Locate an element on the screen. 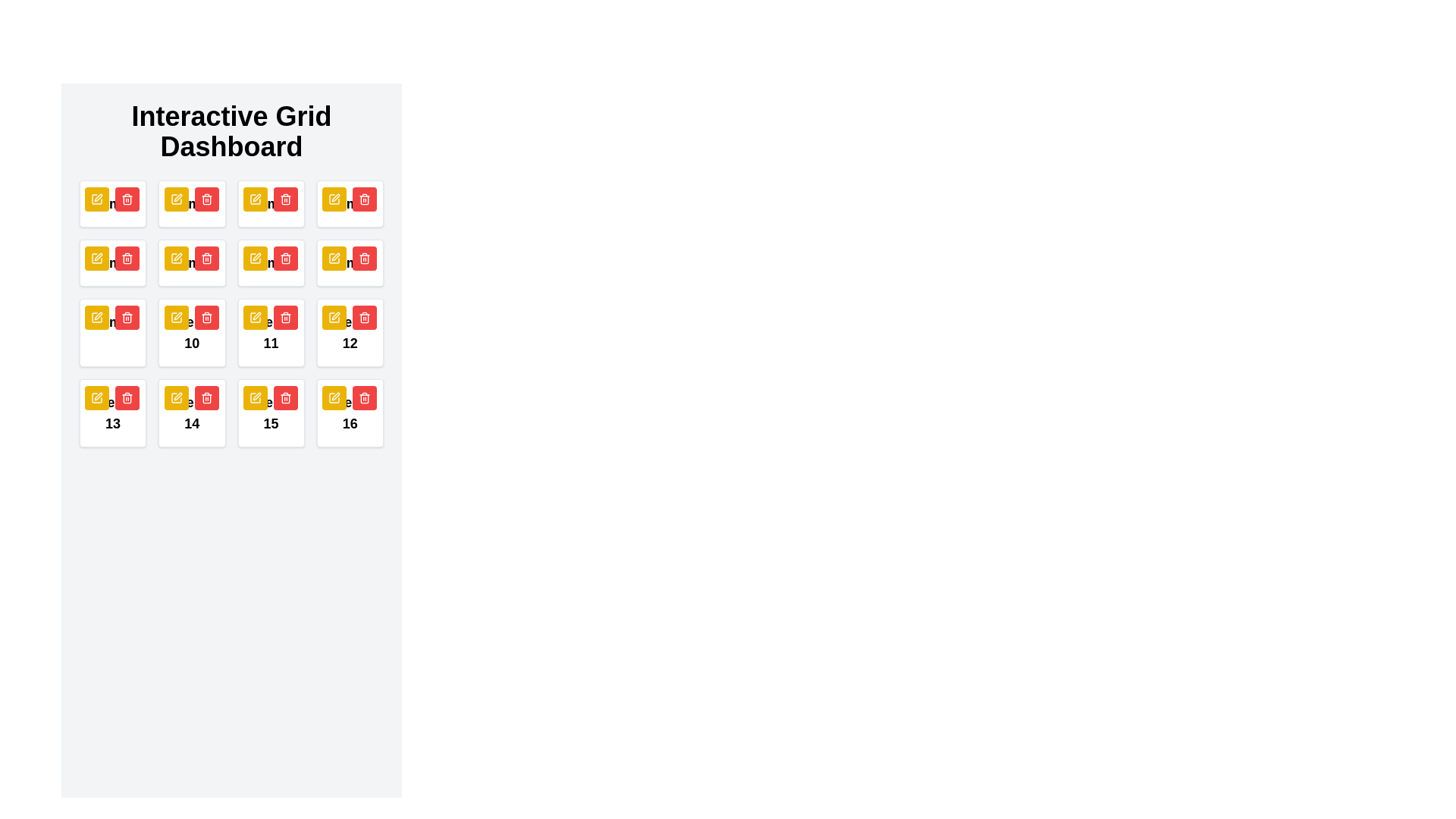 The height and width of the screenshot is (819, 1456). the first yellow button in the top-right corner of the card labeled '9' is located at coordinates (176, 257).